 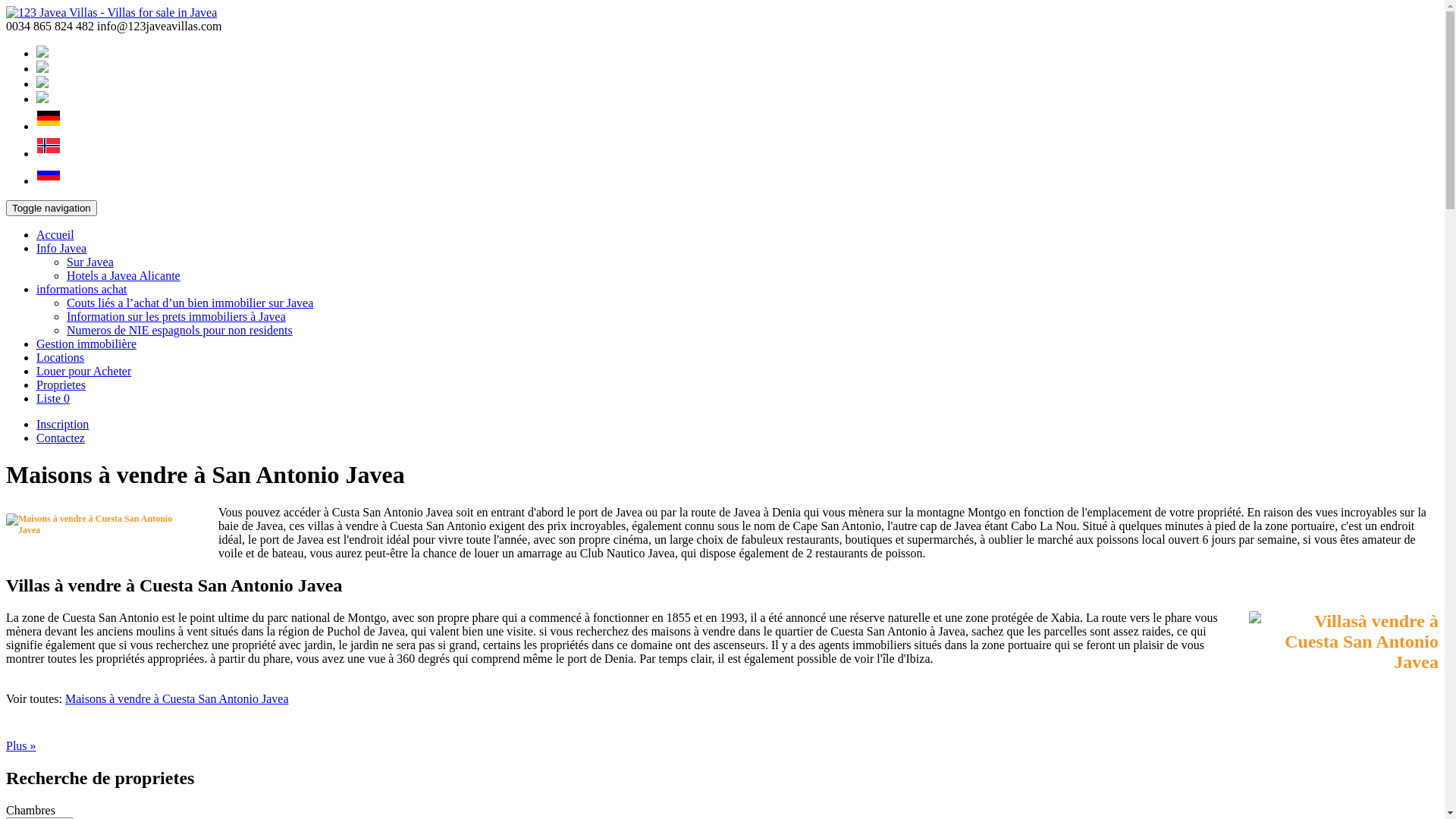 I want to click on 'Hotels a Javea Alicante', so click(x=124, y=275).